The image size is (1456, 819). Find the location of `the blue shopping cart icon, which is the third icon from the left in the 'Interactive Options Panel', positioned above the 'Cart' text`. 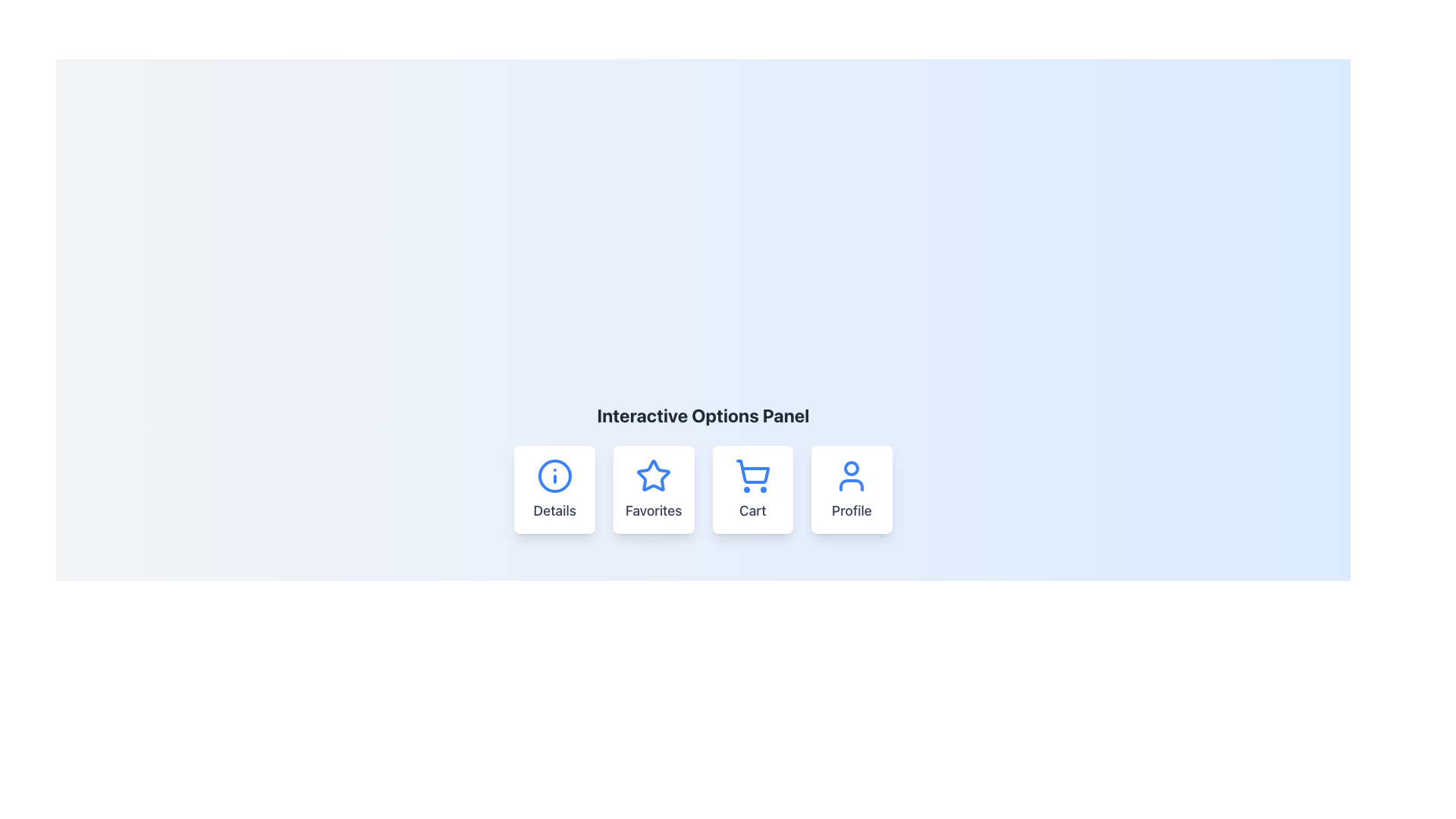

the blue shopping cart icon, which is the third icon from the left in the 'Interactive Options Panel', positioned above the 'Cart' text is located at coordinates (752, 475).